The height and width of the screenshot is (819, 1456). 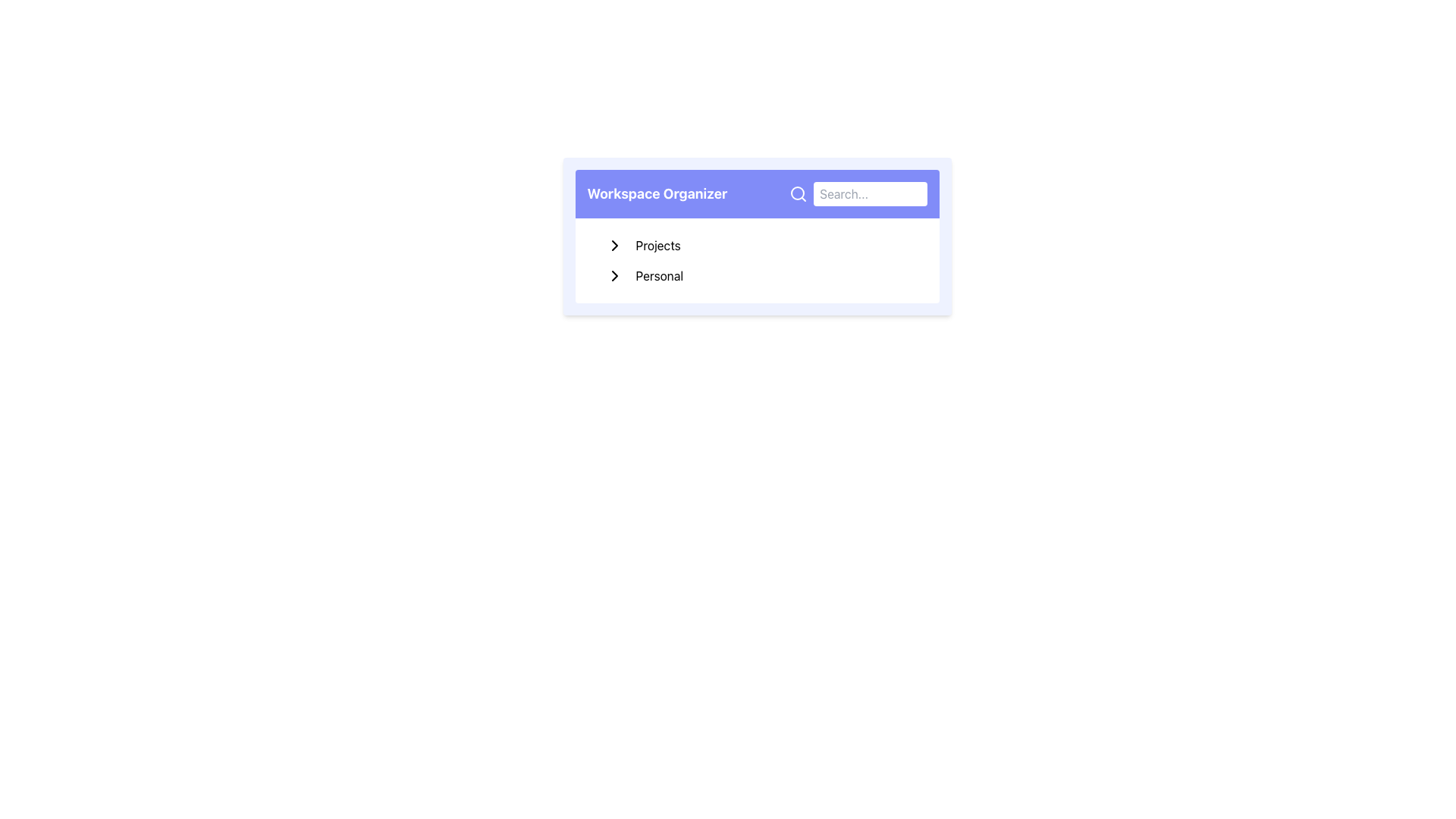 What do you see at coordinates (763, 275) in the screenshot?
I see `the 'Personal' navigation item, which is the second item in the 'Workspace Organizer' list located below the 'Projects' bar` at bounding box center [763, 275].